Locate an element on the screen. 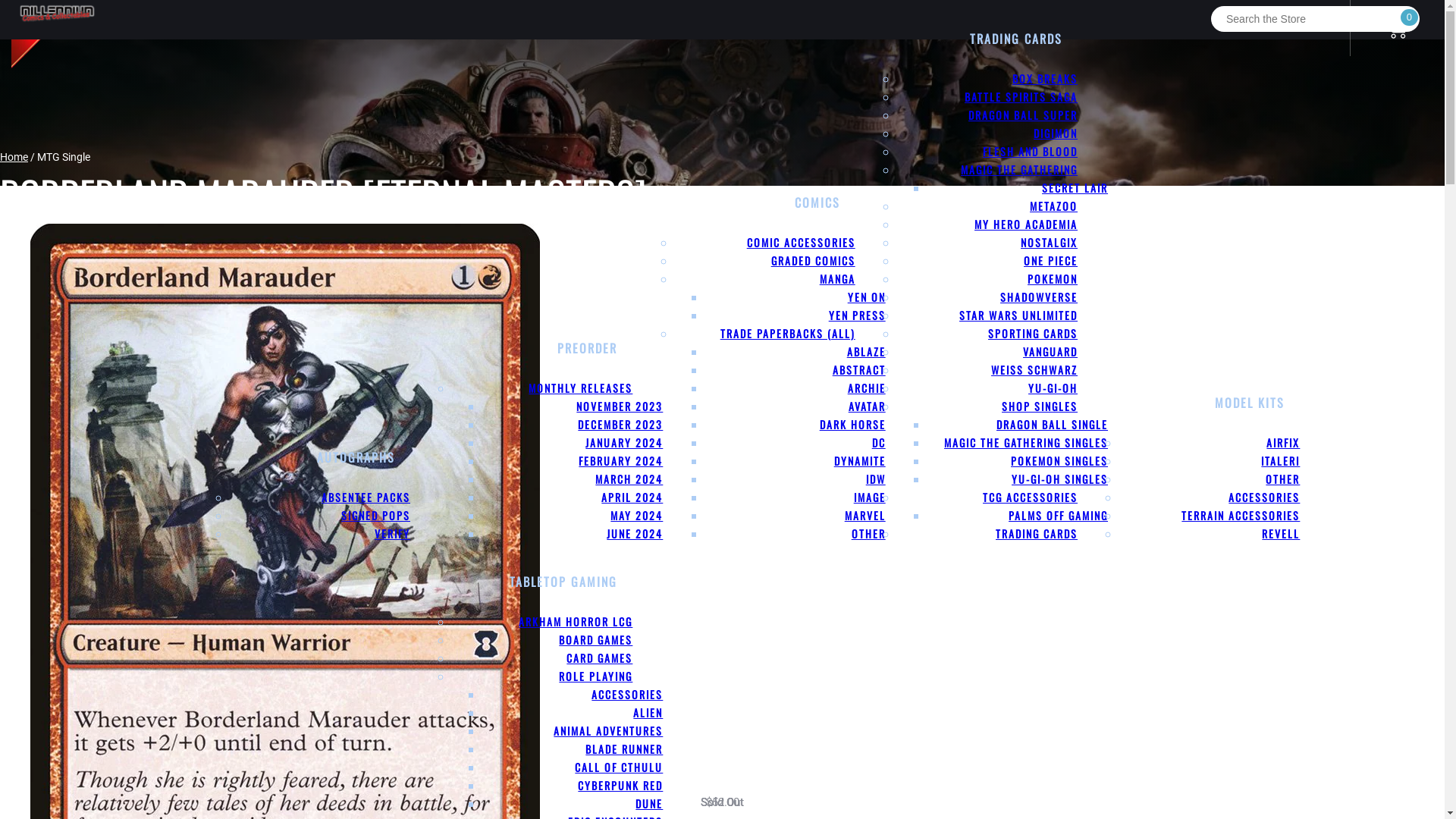 The width and height of the screenshot is (1456, 819). 'DYNAMITE' is located at coordinates (859, 460).